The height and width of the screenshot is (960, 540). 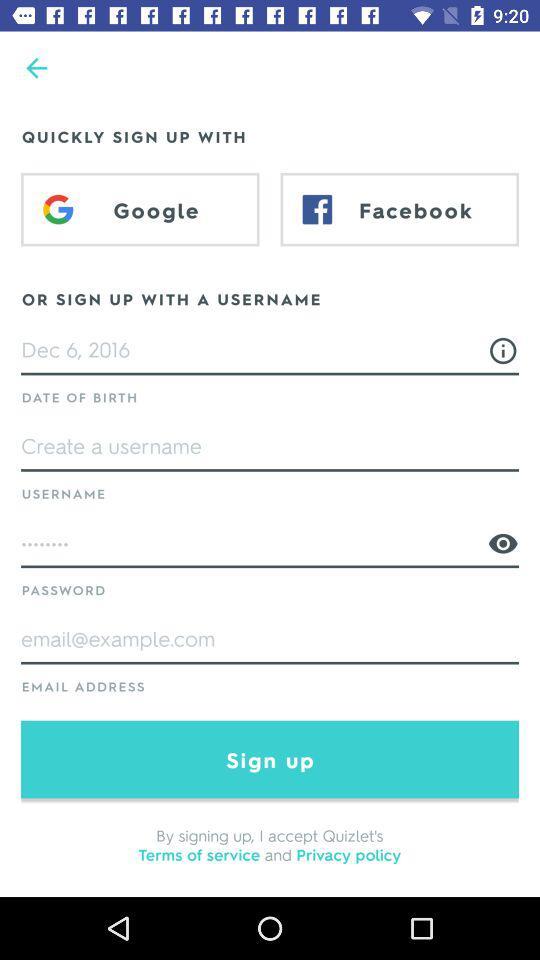 I want to click on google item, so click(x=139, y=209).